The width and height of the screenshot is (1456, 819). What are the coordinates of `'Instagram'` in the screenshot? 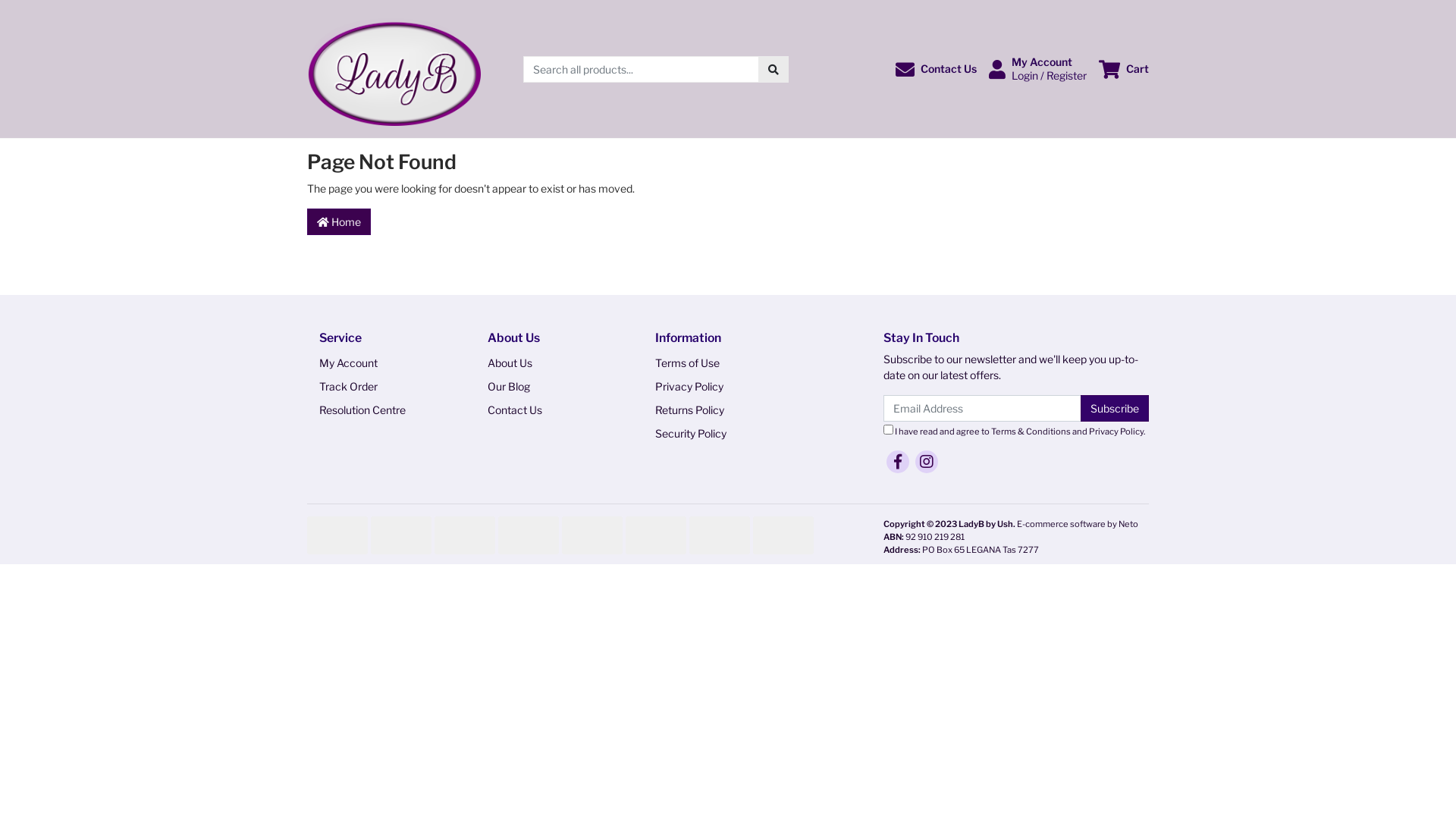 It's located at (926, 461).